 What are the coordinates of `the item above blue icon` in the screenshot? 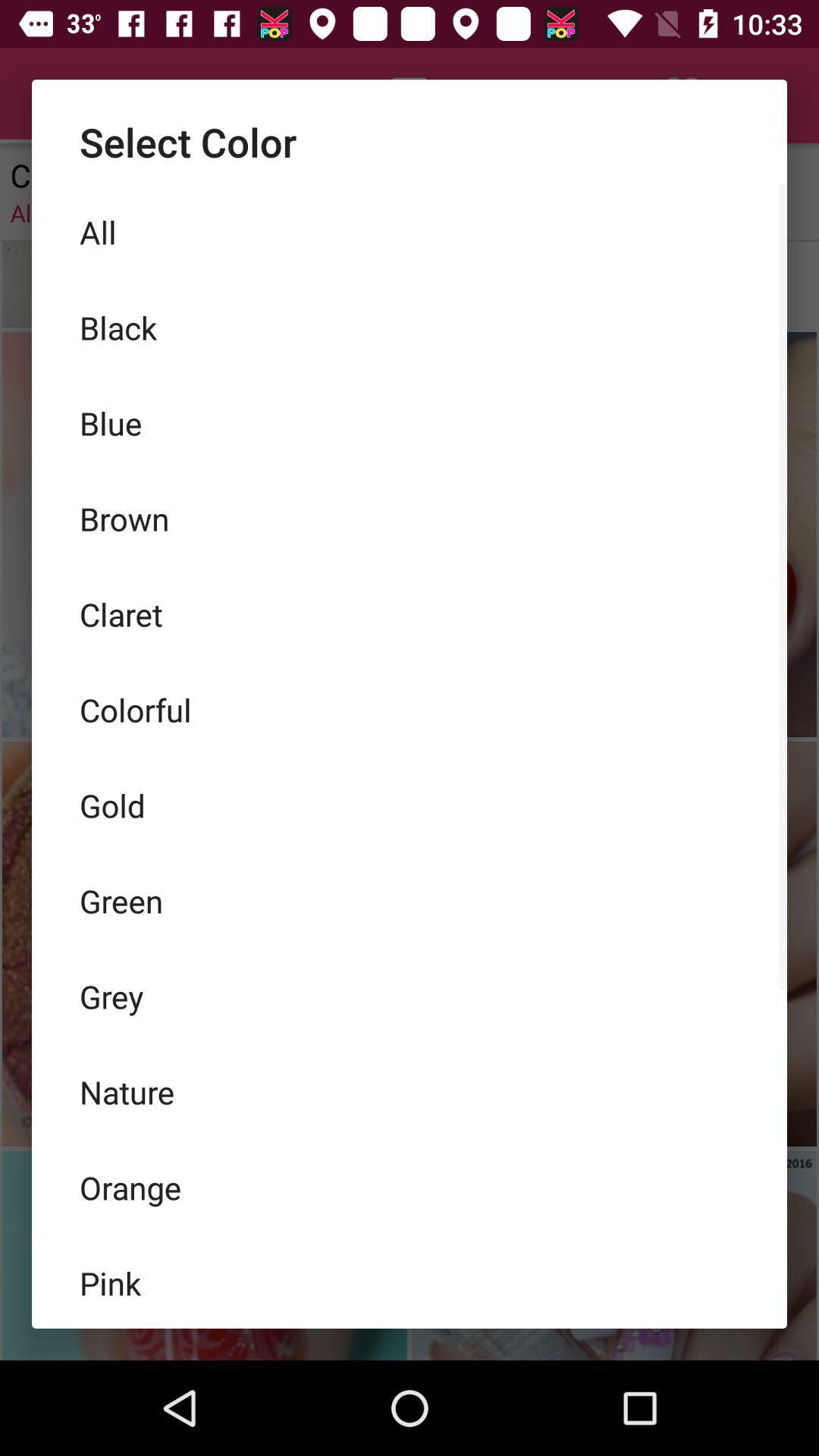 It's located at (409, 327).